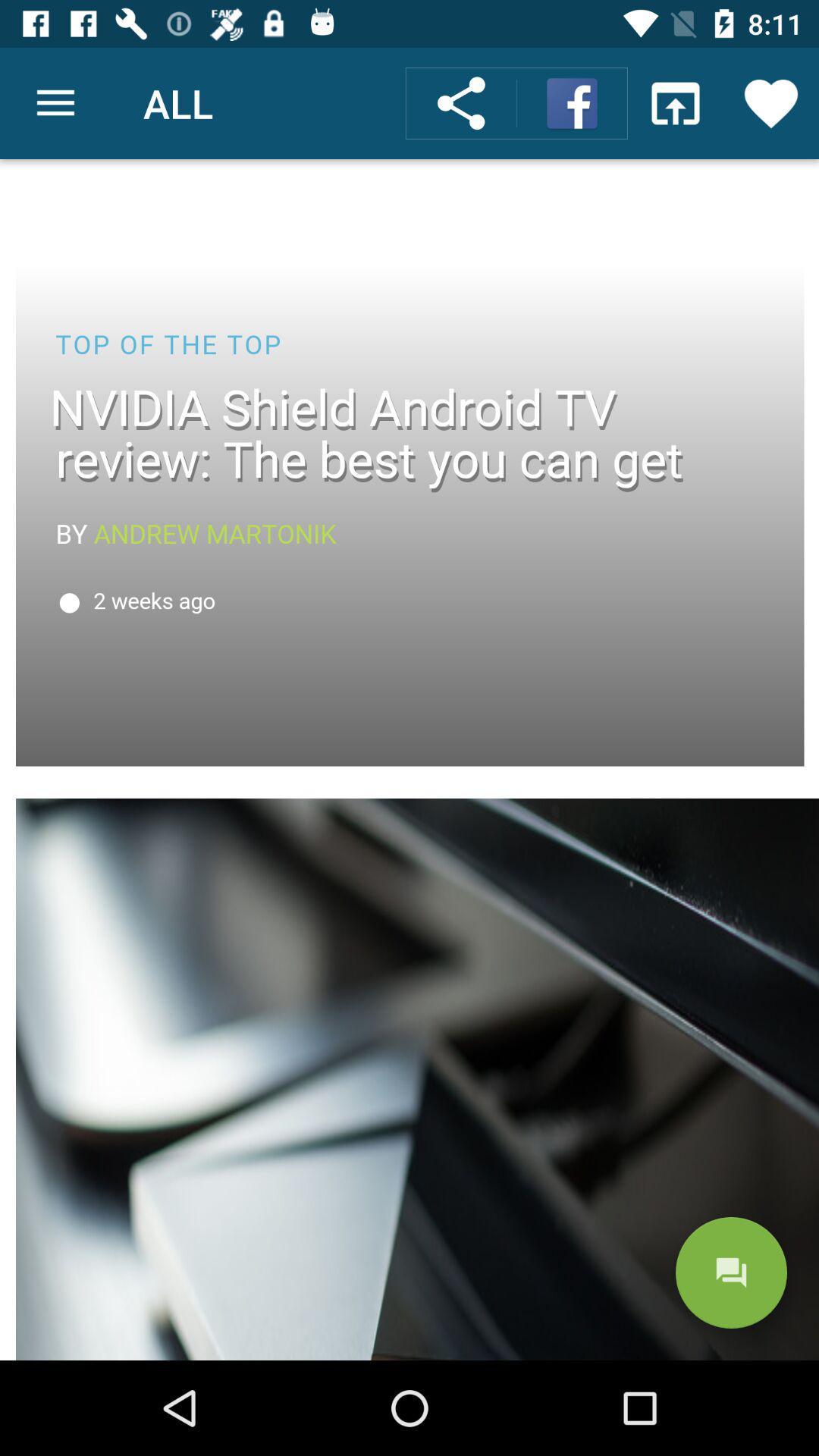 The width and height of the screenshot is (819, 1456). What do you see at coordinates (409, 760) in the screenshot?
I see `advertisement` at bounding box center [409, 760].